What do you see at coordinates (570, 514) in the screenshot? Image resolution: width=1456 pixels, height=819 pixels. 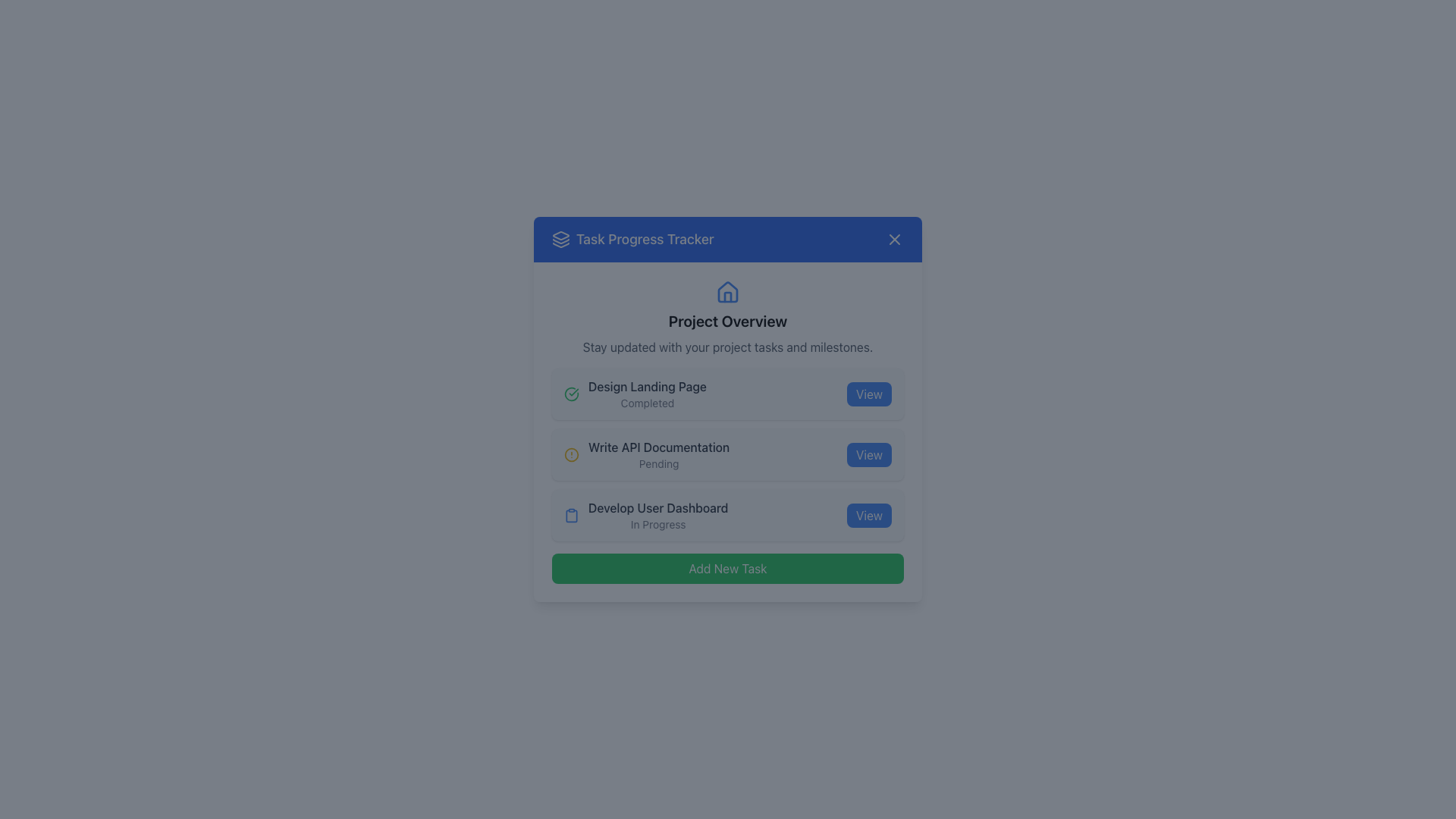 I see `the clipboard icon located at the start of the list item titled 'Develop User Dashboard' under the 'Task Progress Tracker' card` at bounding box center [570, 514].